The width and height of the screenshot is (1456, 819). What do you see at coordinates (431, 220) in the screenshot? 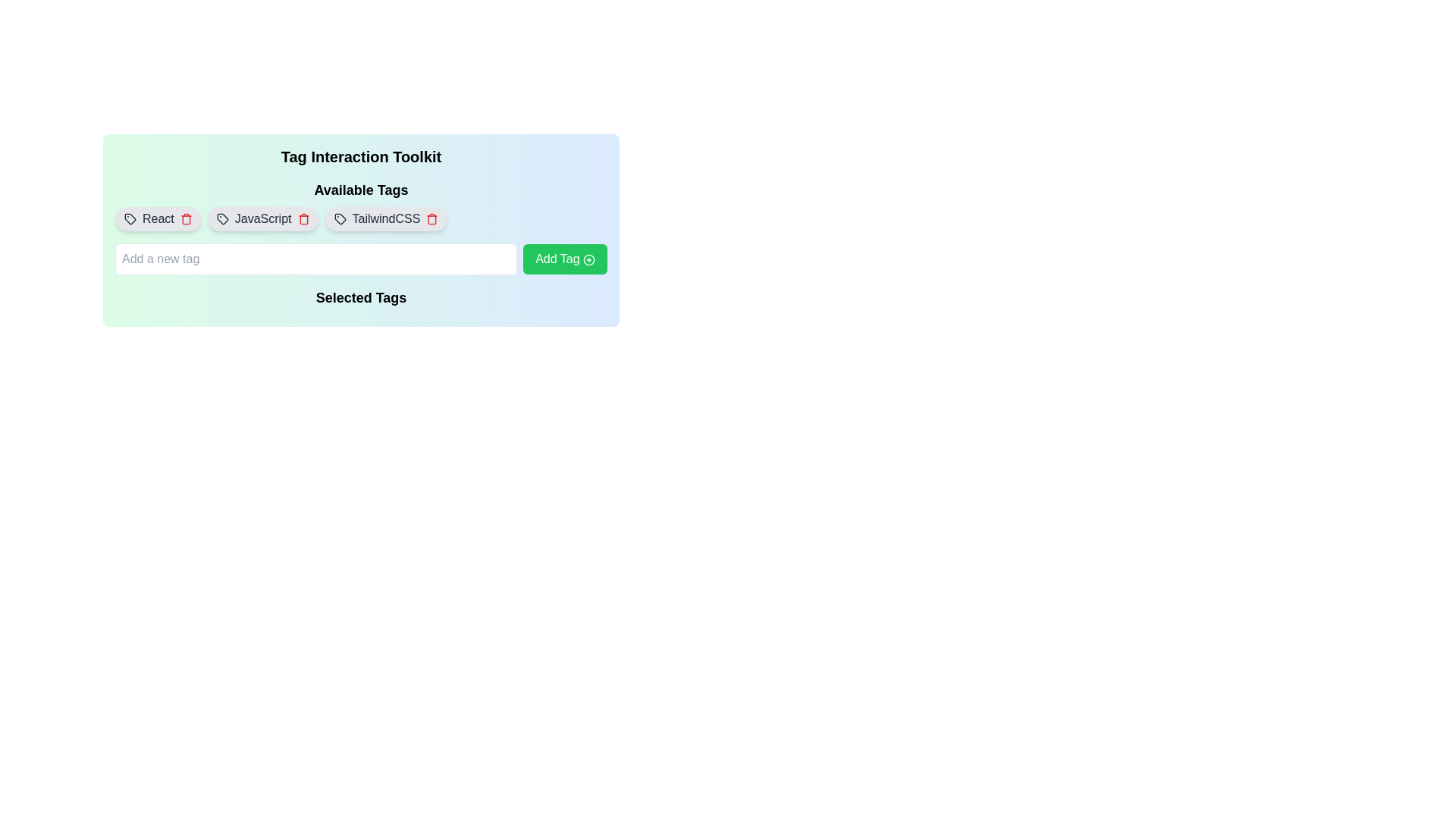
I see `the middle section of the trash can icon, which is a vertical rectangle with a rounded top, located to the right of the 'TailwindCSS' tag` at bounding box center [431, 220].